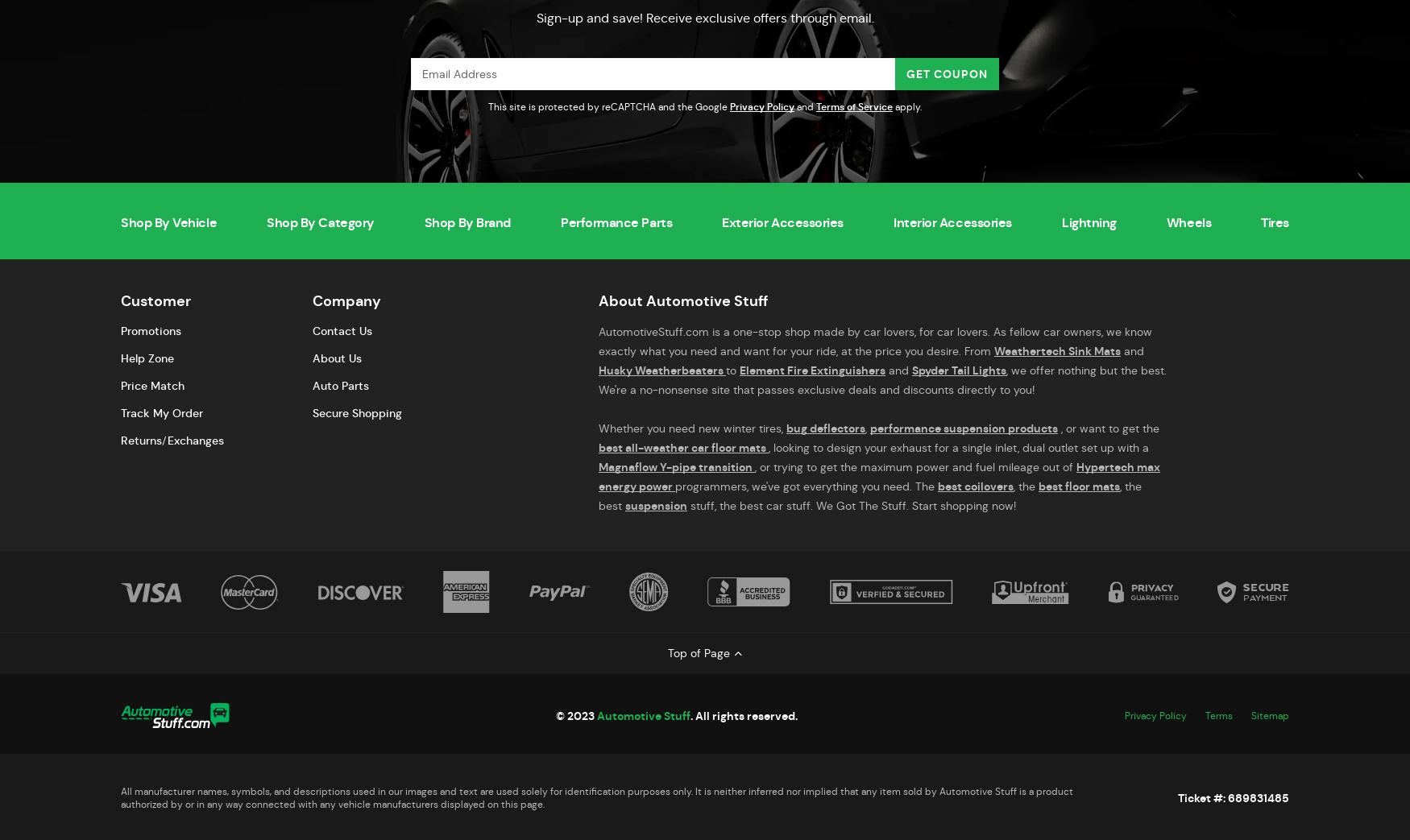 The width and height of the screenshot is (1410, 840). What do you see at coordinates (311, 385) in the screenshot?
I see `'Auto Parts'` at bounding box center [311, 385].